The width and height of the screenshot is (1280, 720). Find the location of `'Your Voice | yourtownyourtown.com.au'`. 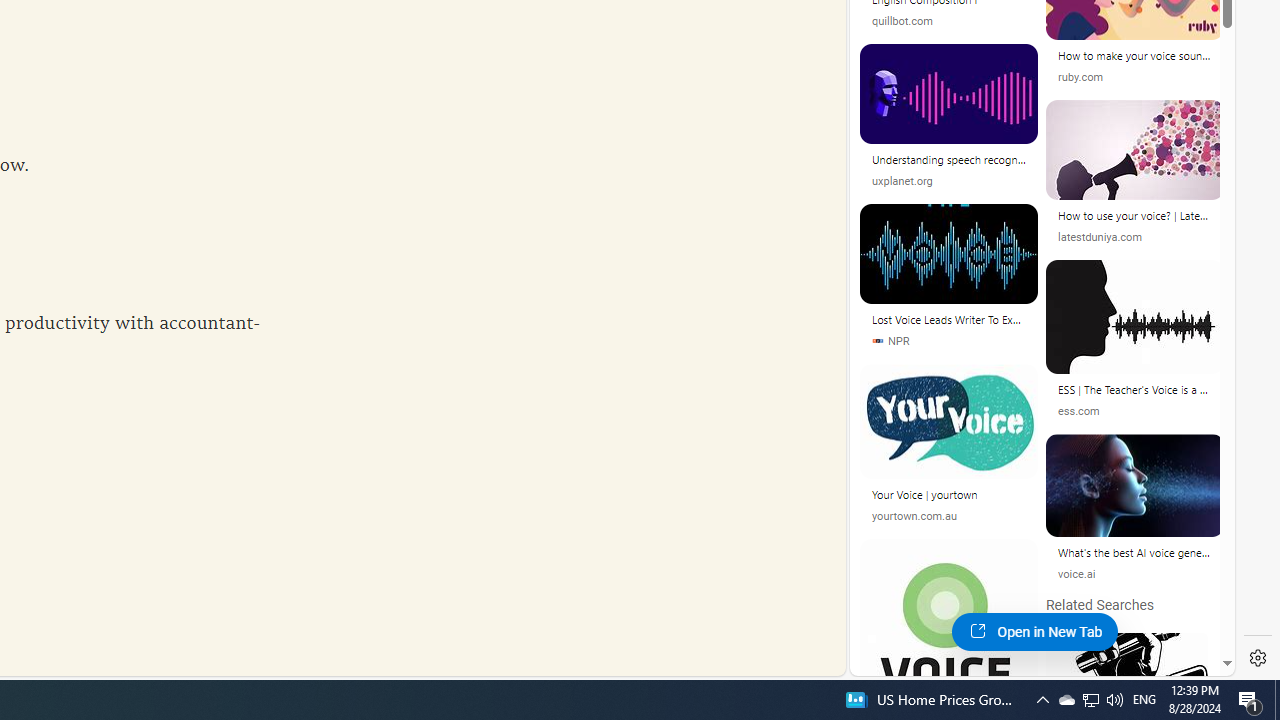

'Your Voice | yourtownyourtown.com.au' is located at coordinates (948, 451).